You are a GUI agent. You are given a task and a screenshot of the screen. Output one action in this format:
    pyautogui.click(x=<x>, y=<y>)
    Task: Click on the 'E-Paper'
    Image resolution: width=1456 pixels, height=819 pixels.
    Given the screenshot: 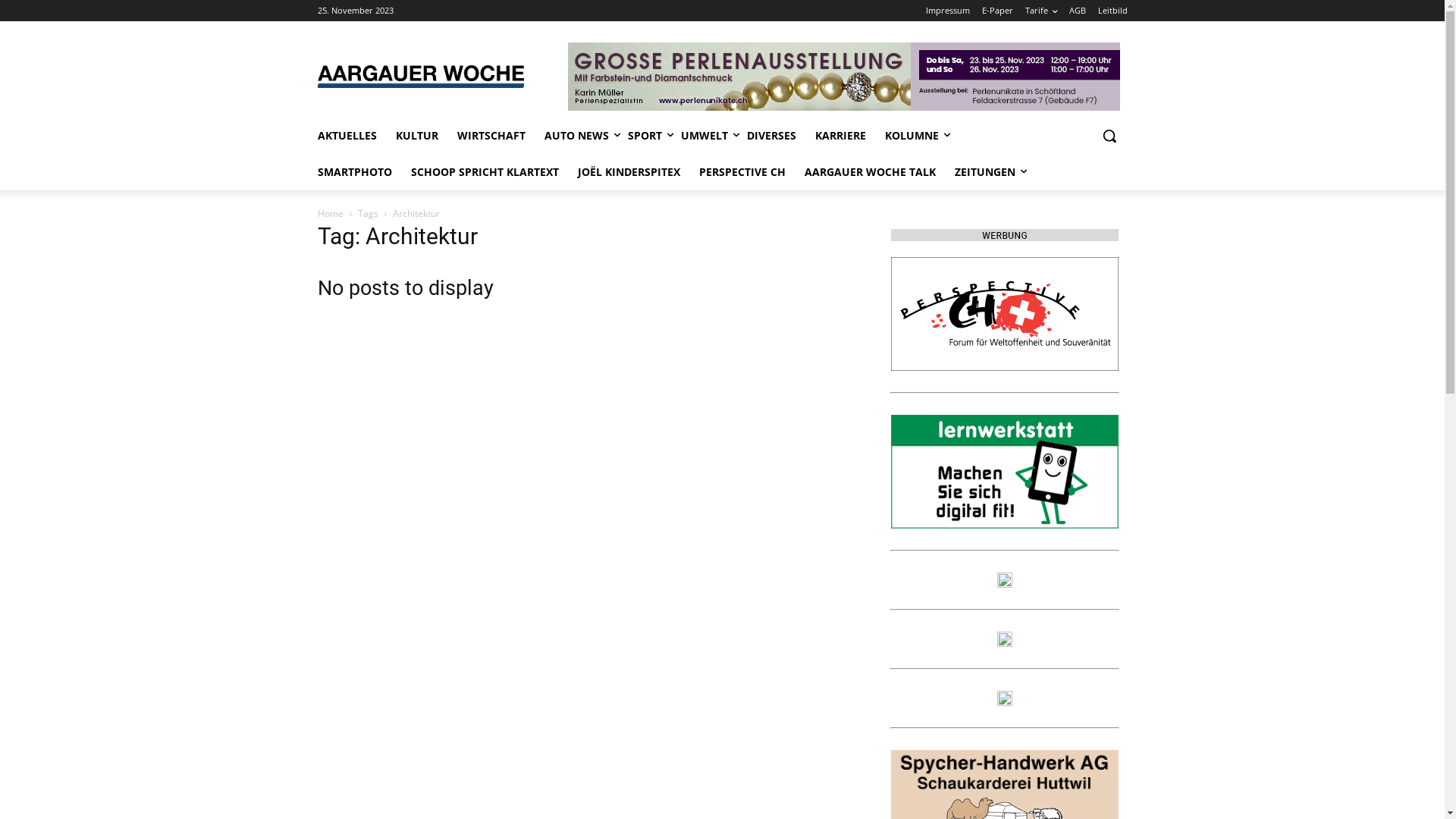 What is the action you would take?
    pyautogui.click(x=996, y=11)
    